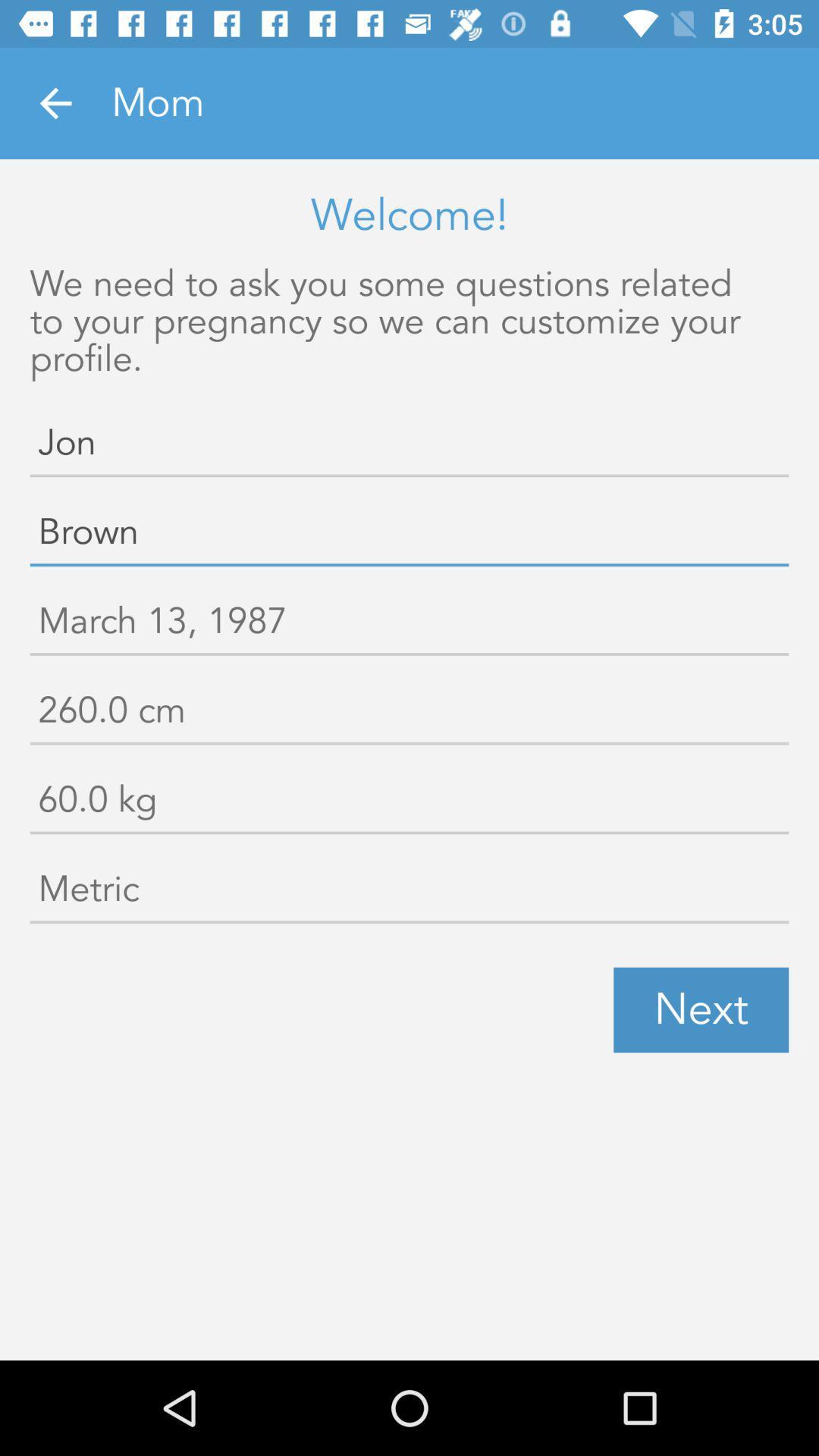 The height and width of the screenshot is (1456, 819). I want to click on icon to the left of the mom item, so click(55, 102).